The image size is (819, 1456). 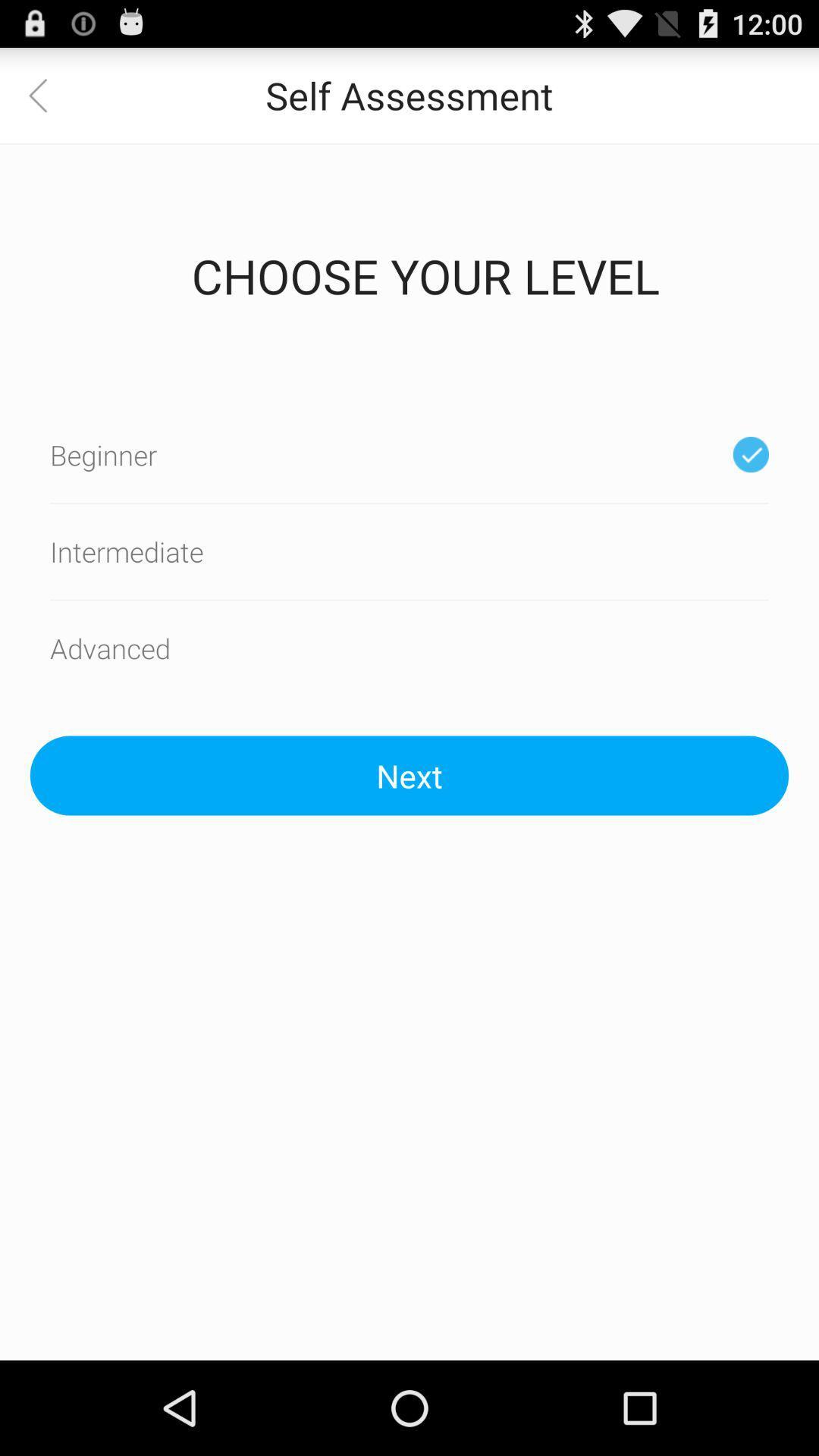 What do you see at coordinates (46, 94) in the screenshot?
I see `go back` at bounding box center [46, 94].